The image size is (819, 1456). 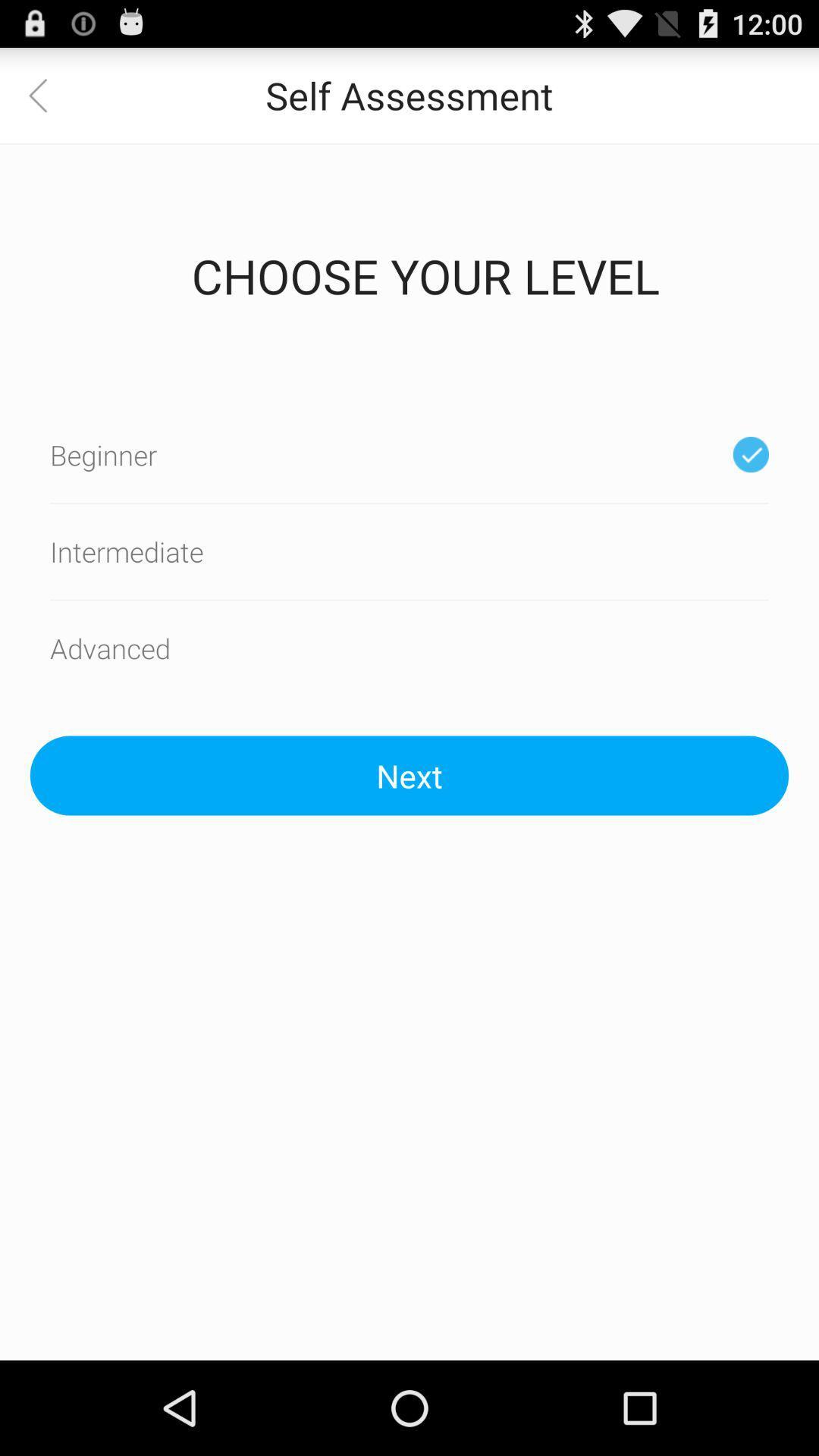 What do you see at coordinates (46, 94) in the screenshot?
I see `go back` at bounding box center [46, 94].